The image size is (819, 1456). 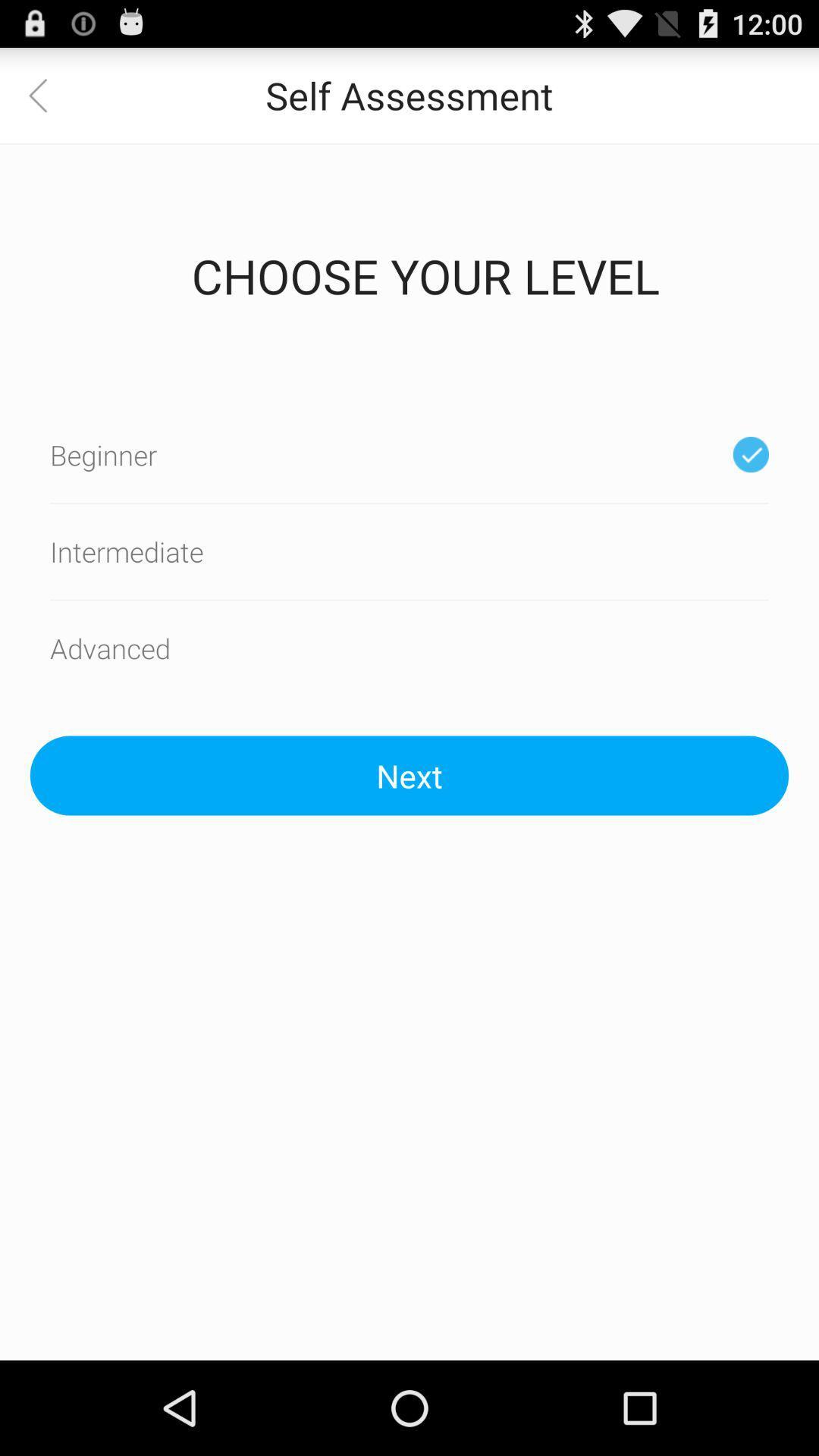 What do you see at coordinates (46, 94) in the screenshot?
I see `go back` at bounding box center [46, 94].